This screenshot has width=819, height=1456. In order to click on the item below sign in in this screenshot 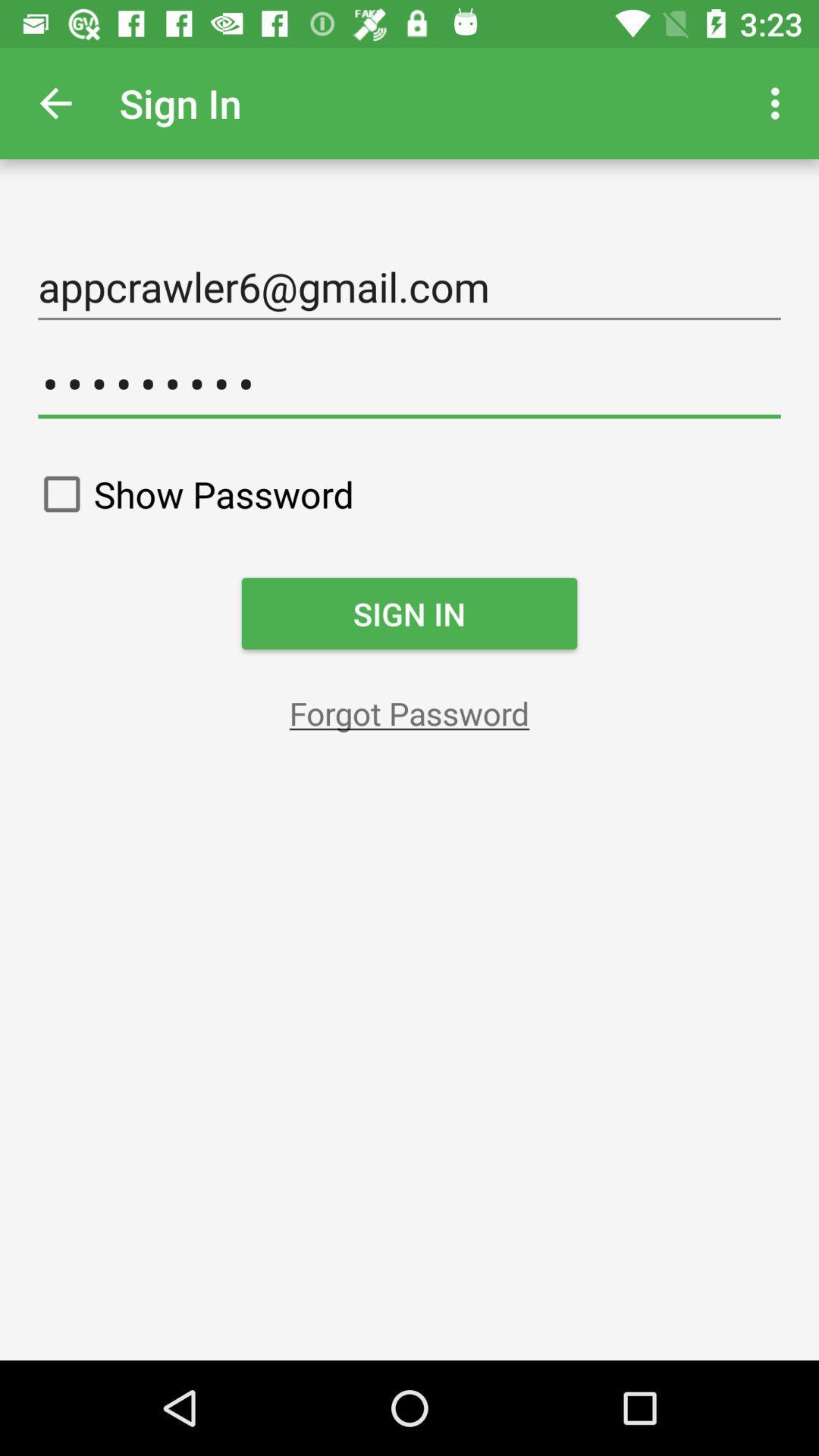, I will do `click(409, 712)`.